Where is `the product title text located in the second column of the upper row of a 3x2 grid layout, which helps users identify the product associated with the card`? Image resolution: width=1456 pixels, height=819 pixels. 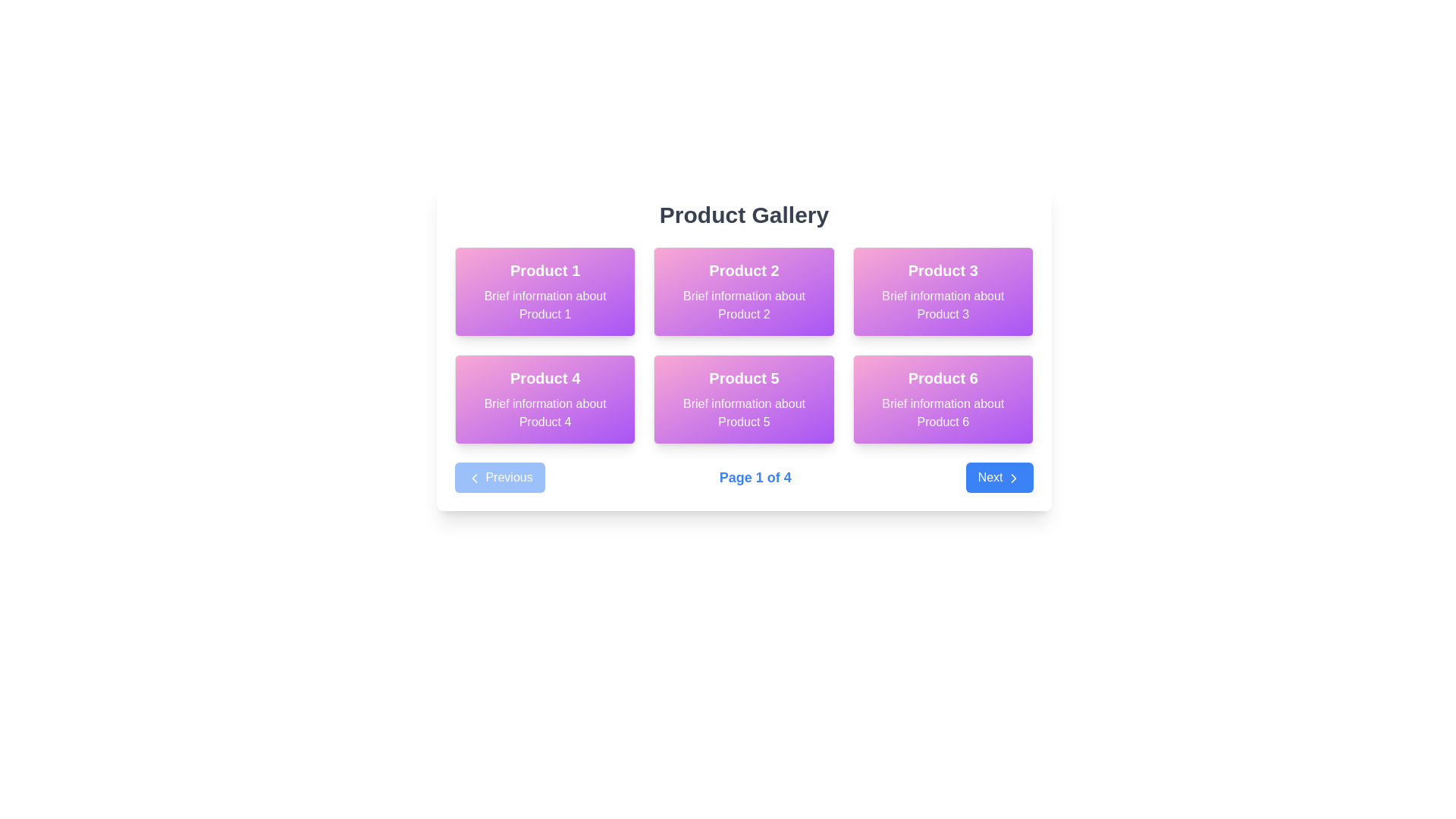 the product title text located in the second column of the upper row of a 3x2 grid layout, which helps users identify the product associated with the card is located at coordinates (744, 270).